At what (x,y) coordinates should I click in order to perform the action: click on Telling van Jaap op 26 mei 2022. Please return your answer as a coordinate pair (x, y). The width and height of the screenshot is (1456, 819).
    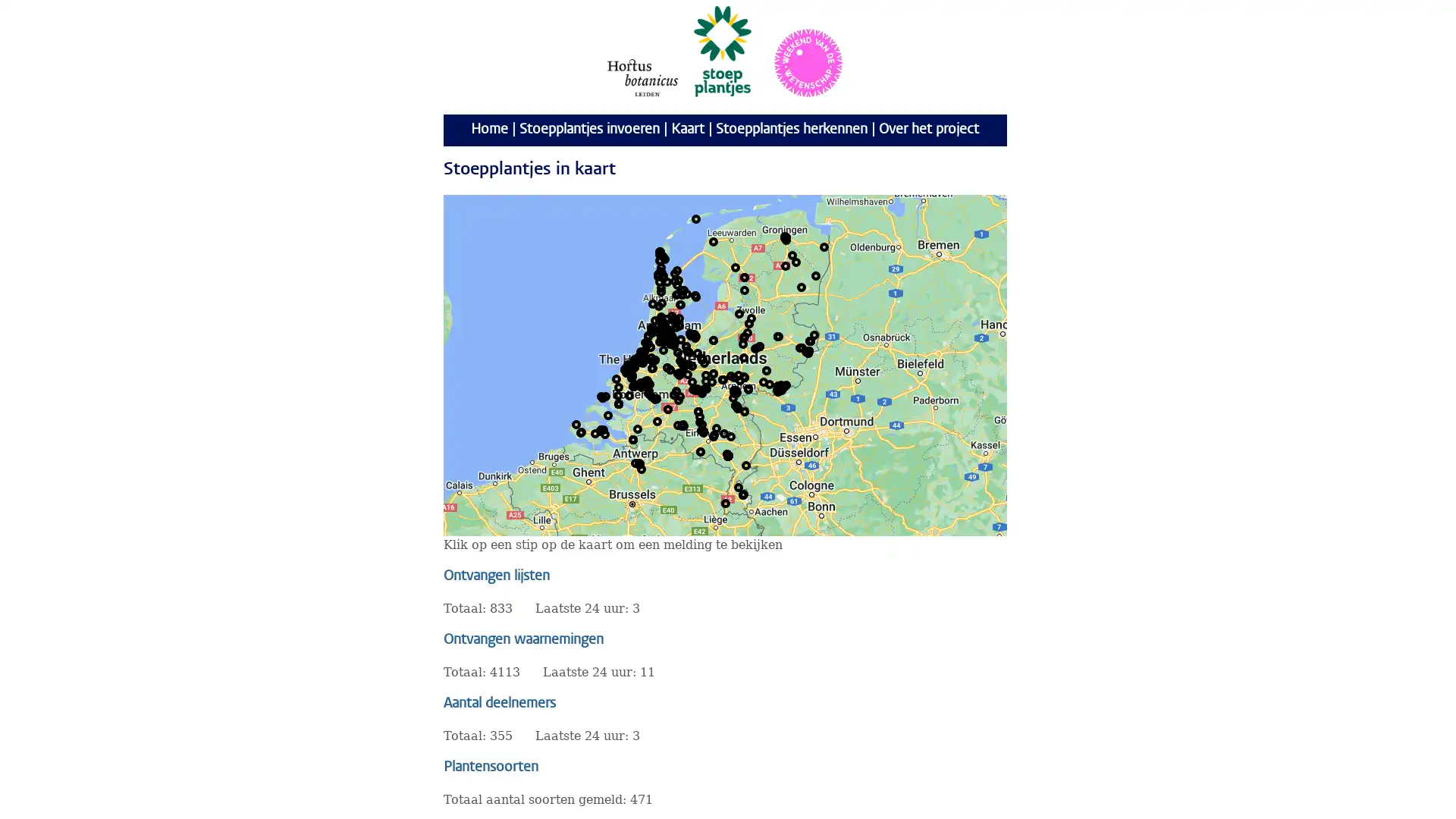
    Looking at the image, I should click on (686, 345).